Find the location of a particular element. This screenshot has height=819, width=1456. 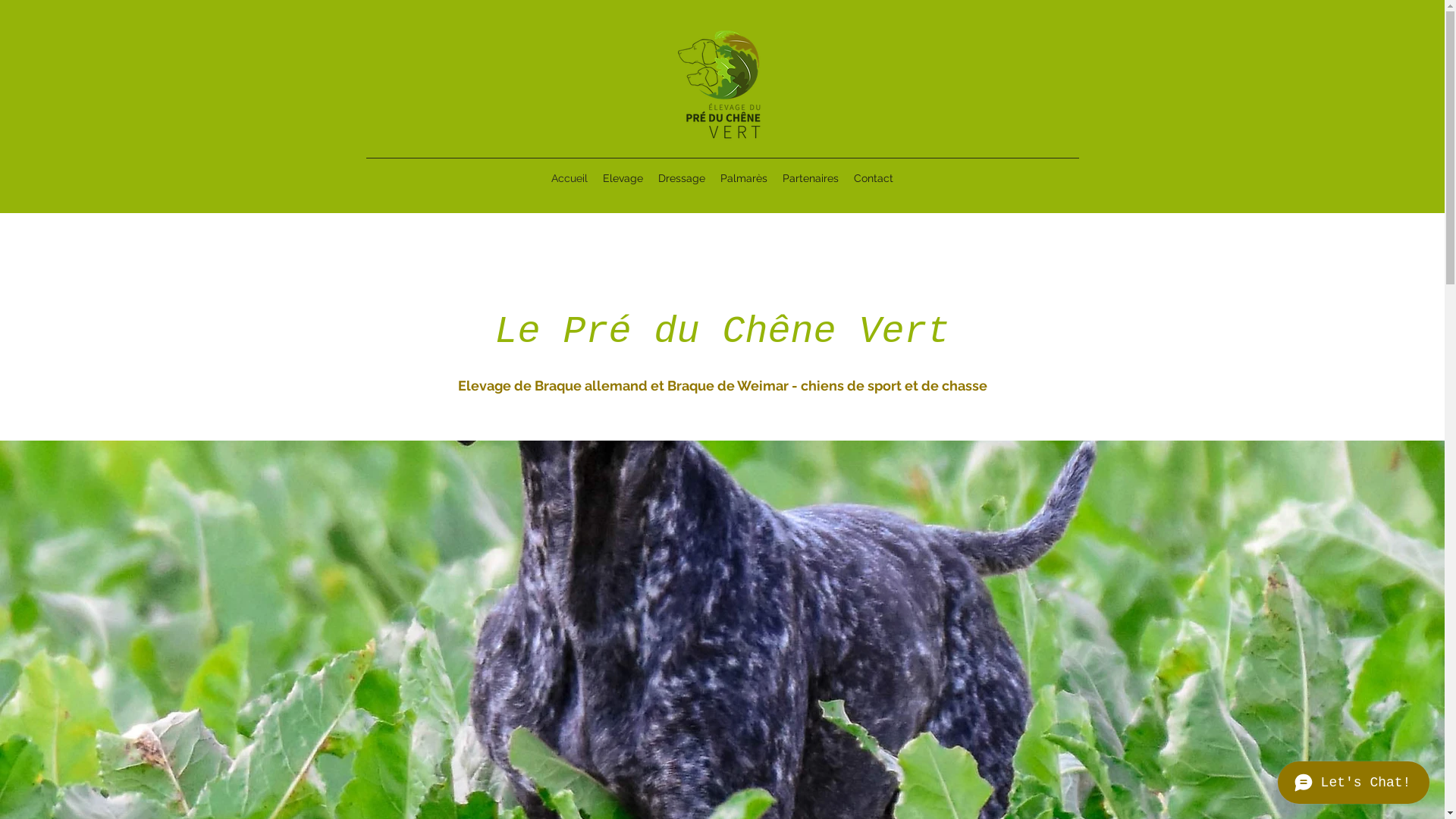

'Contact' is located at coordinates (874, 177).